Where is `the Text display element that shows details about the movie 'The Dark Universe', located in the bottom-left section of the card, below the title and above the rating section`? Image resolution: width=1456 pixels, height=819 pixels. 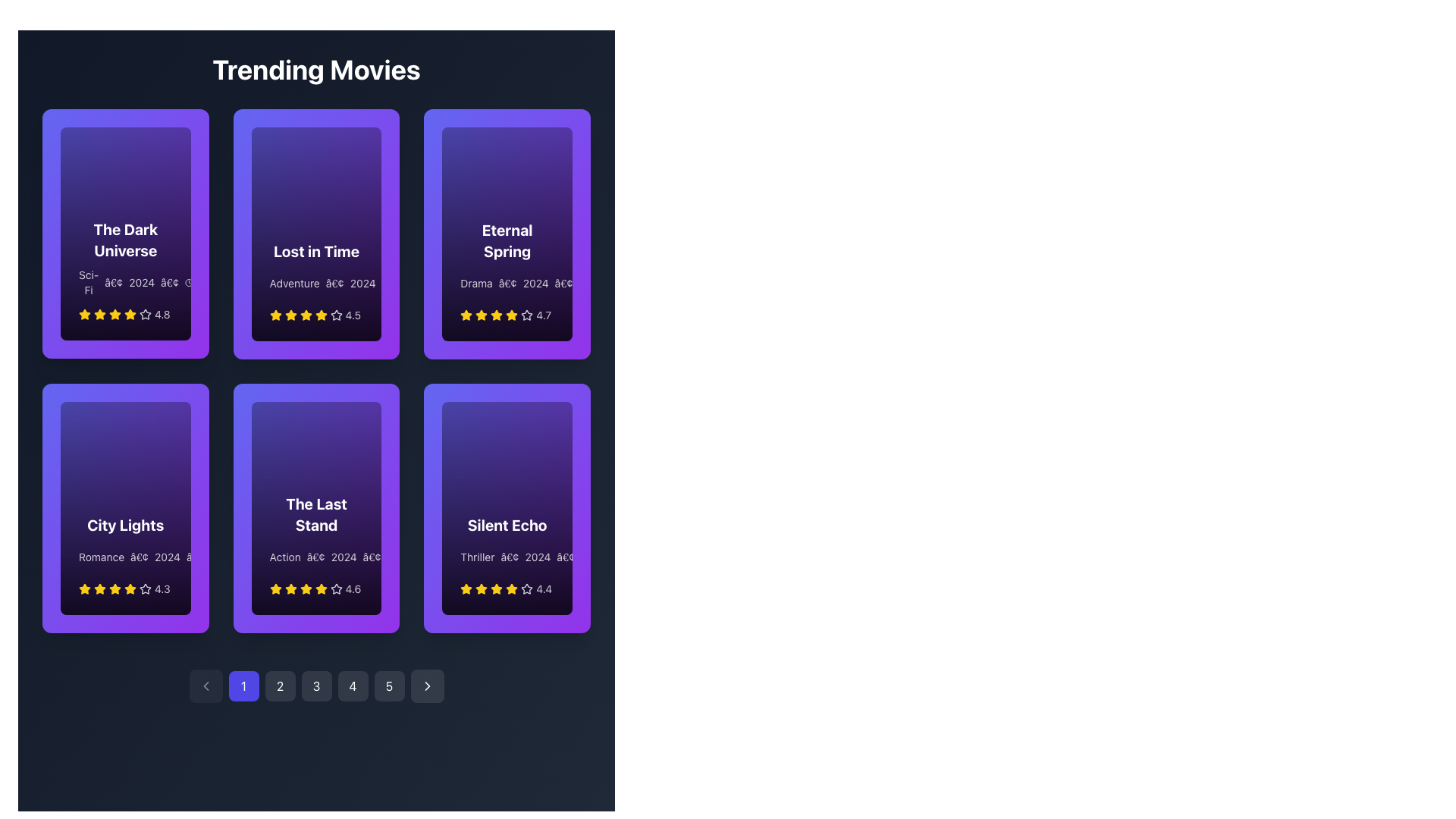 the Text display element that shows details about the movie 'The Dark Universe', located in the bottom-left section of the card, below the title and above the rating section is located at coordinates (125, 283).